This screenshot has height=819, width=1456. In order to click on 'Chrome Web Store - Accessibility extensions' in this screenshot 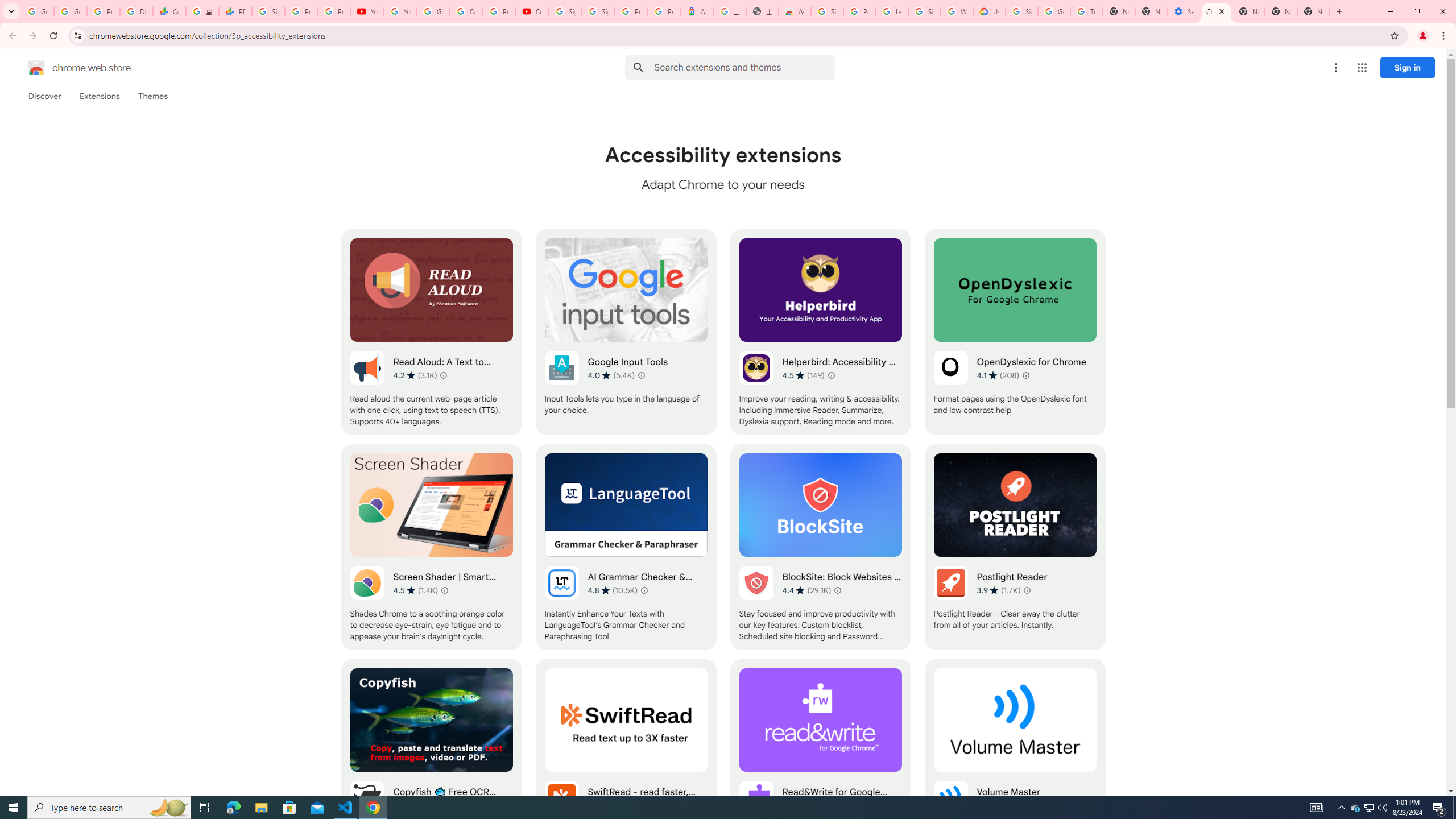, I will do `click(1215, 11)`.